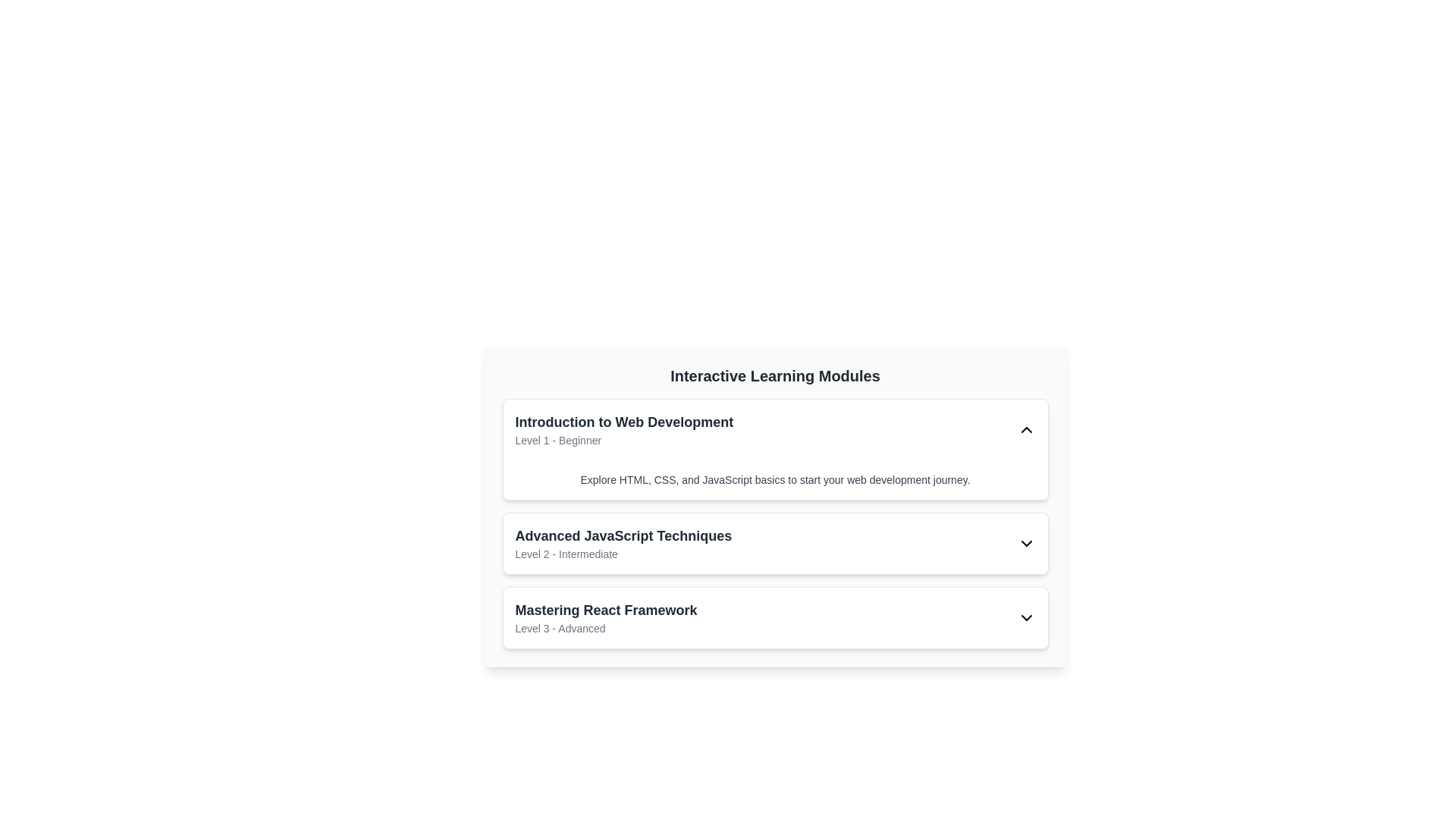 This screenshot has width=1456, height=819. What do you see at coordinates (605, 617) in the screenshot?
I see `the text block displaying 'Mastering React Framework' which is located in the lower section of the third card in a list of interactive learning modules` at bounding box center [605, 617].